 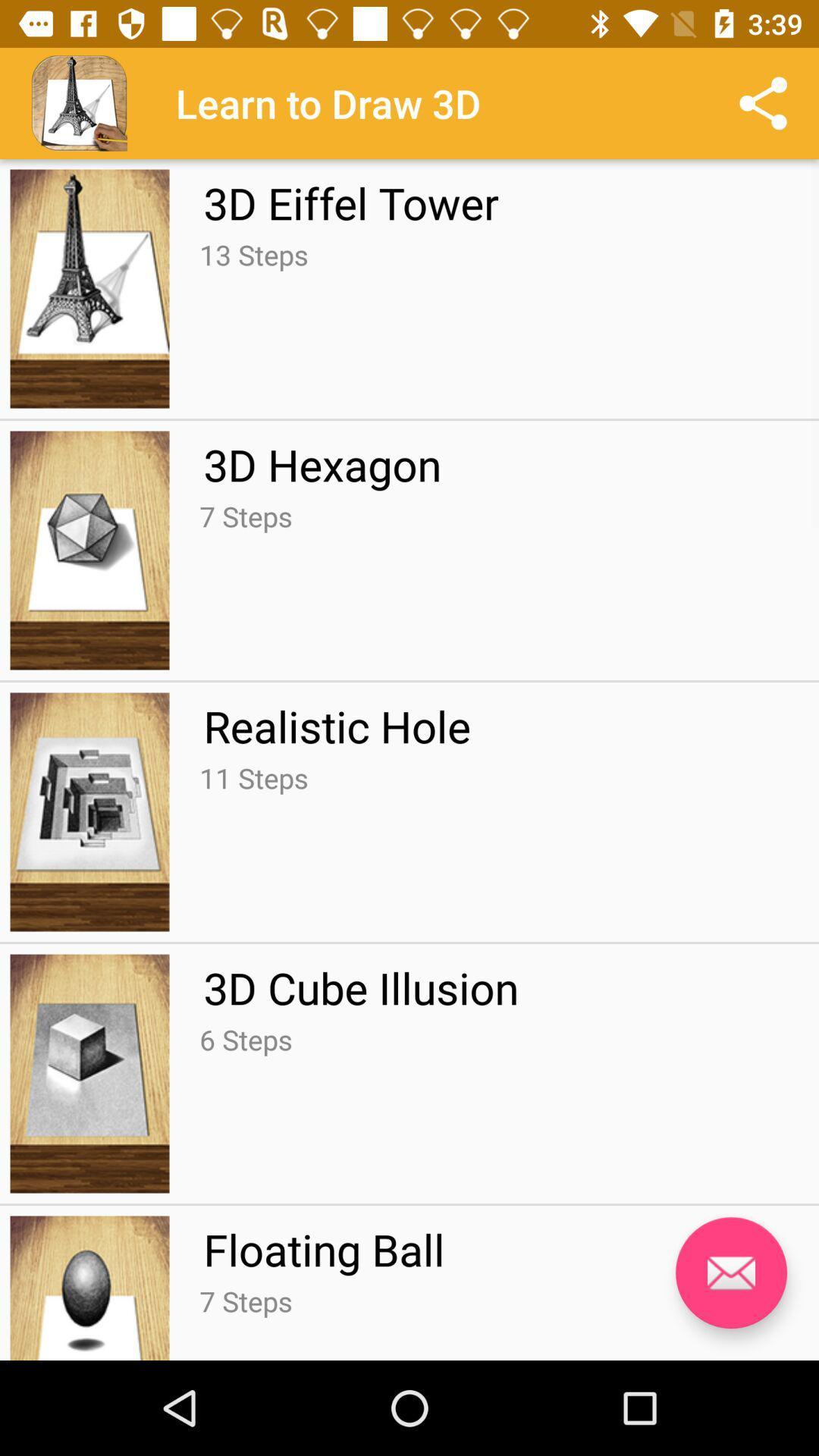 What do you see at coordinates (730, 1272) in the screenshot?
I see `the app to the right of the floating ball icon` at bounding box center [730, 1272].